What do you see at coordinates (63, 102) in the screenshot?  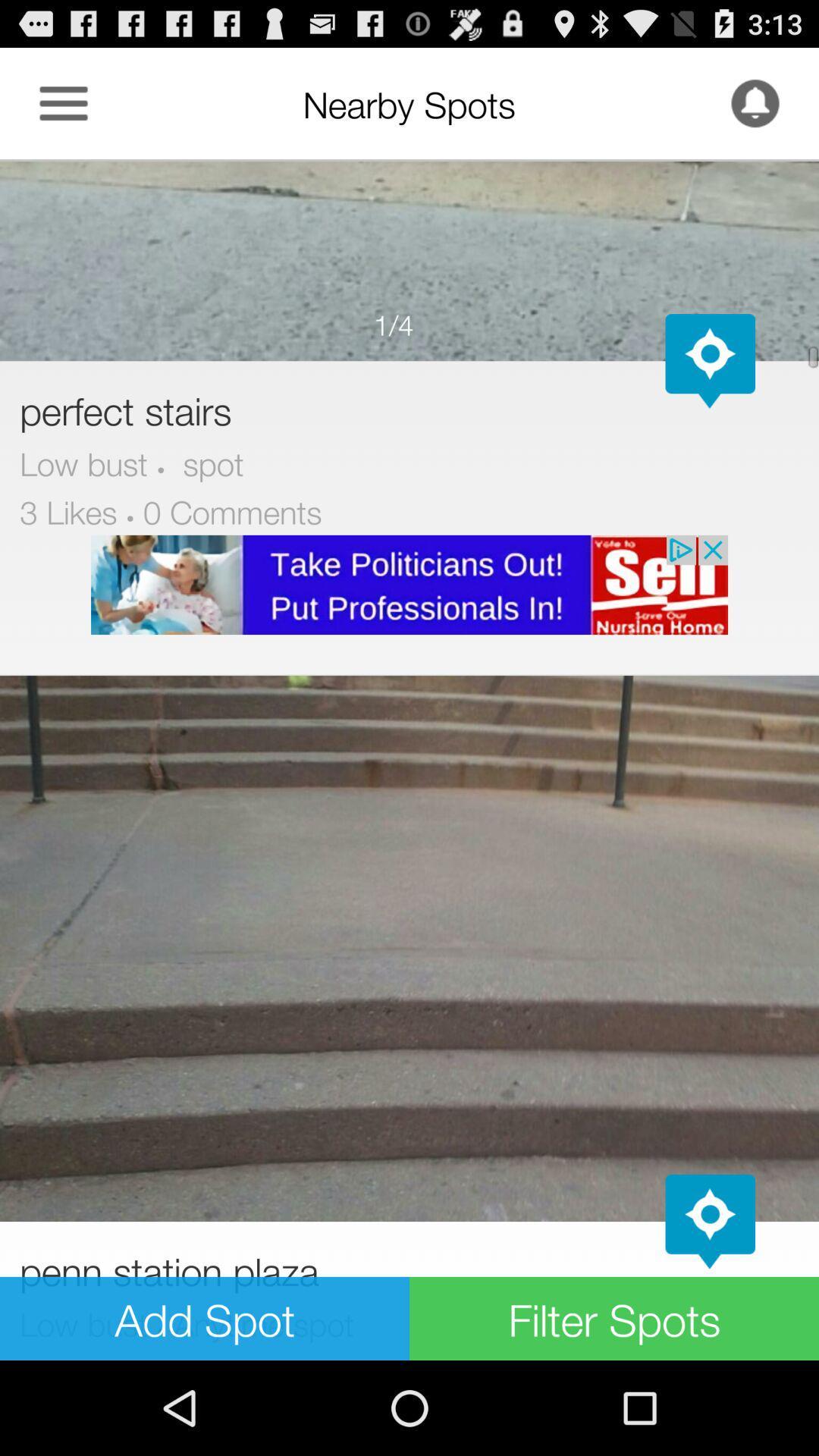 I see `open menu` at bounding box center [63, 102].